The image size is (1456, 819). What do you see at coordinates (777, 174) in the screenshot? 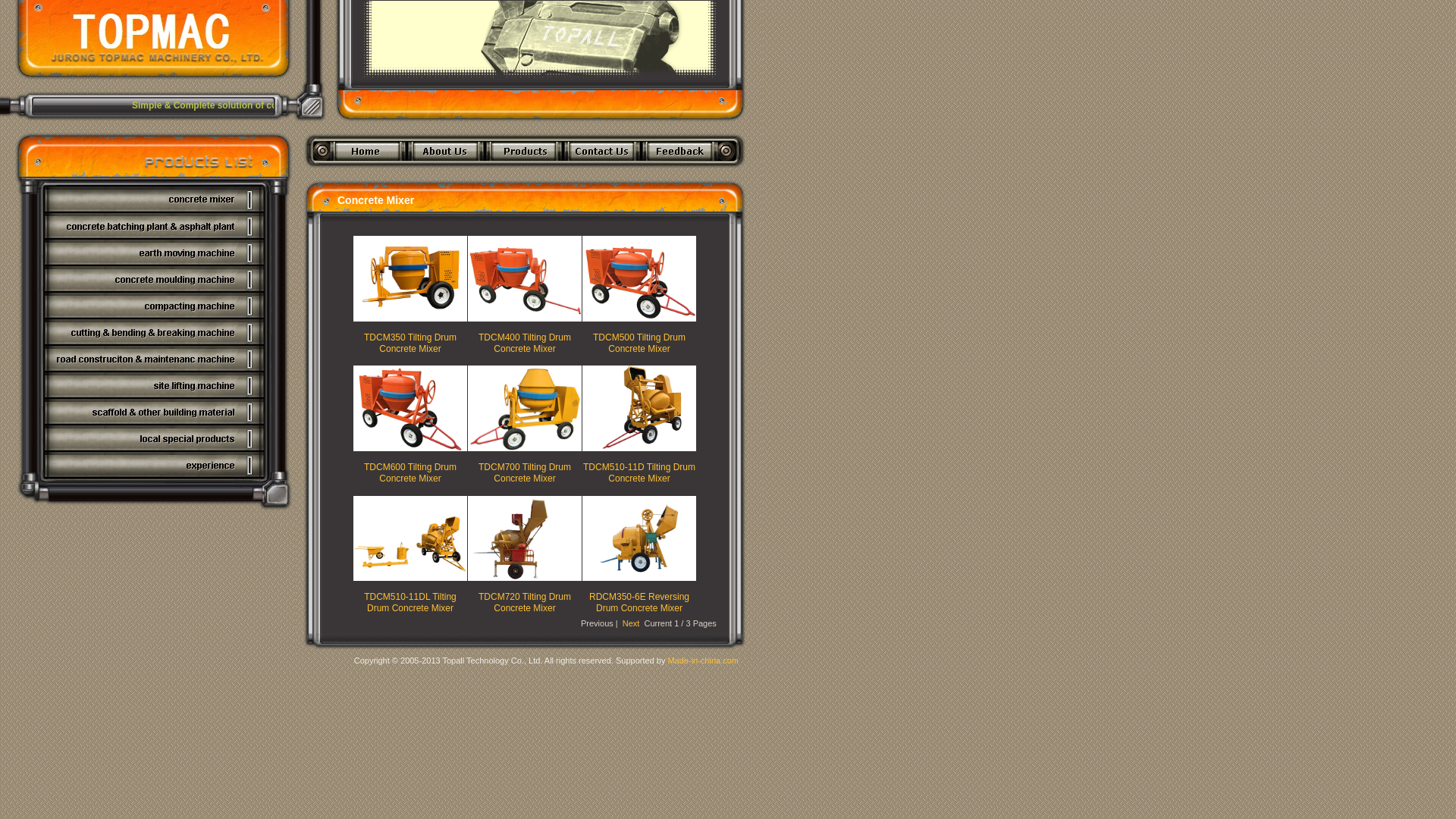
I see `'cheap ralph lauren polo shirts'` at bounding box center [777, 174].